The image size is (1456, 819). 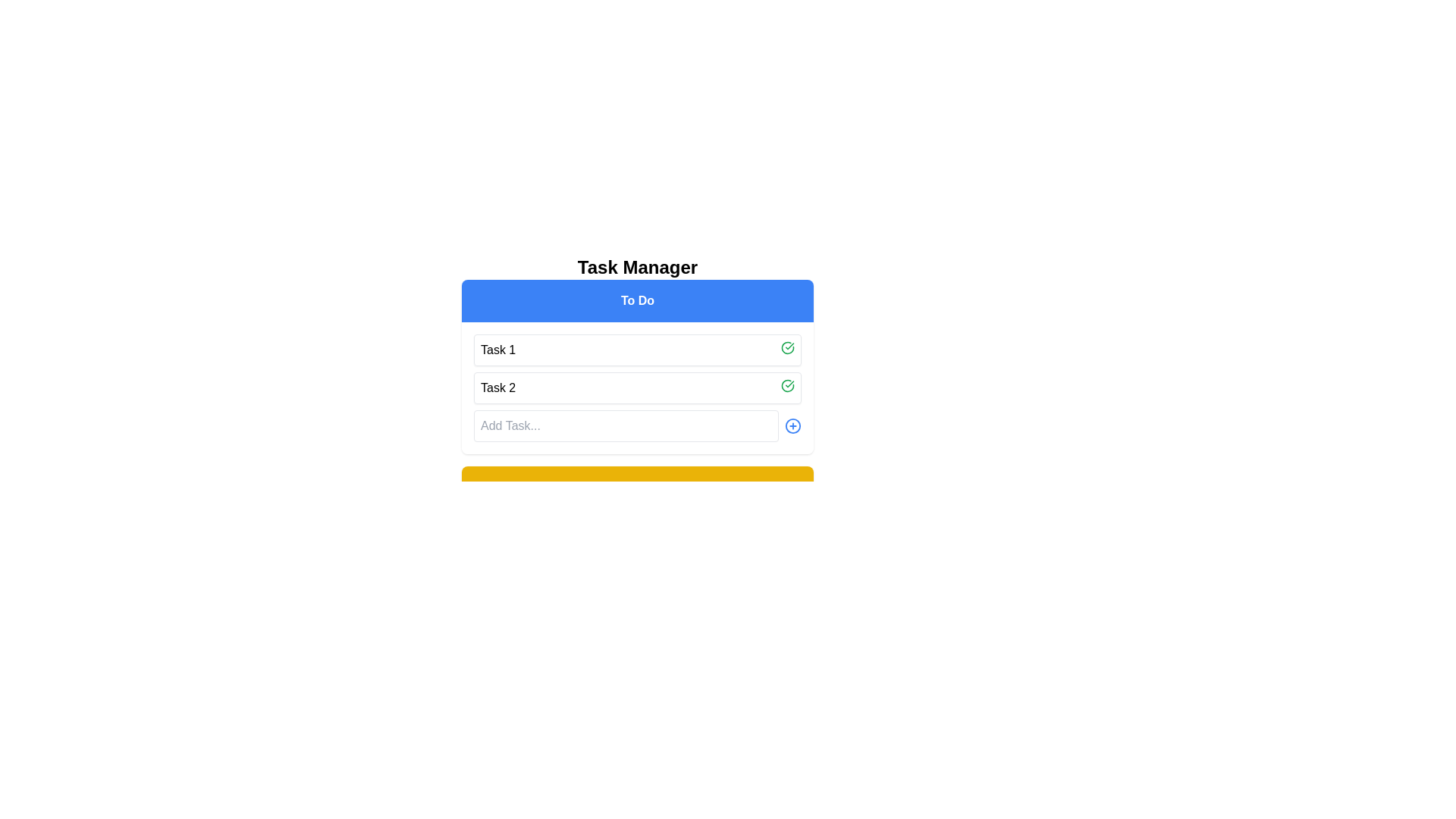 What do you see at coordinates (787, 348) in the screenshot?
I see `the circular green checkmark icon located at the right end of the 'Task 1' row in the task list interface` at bounding box center [787, 348].